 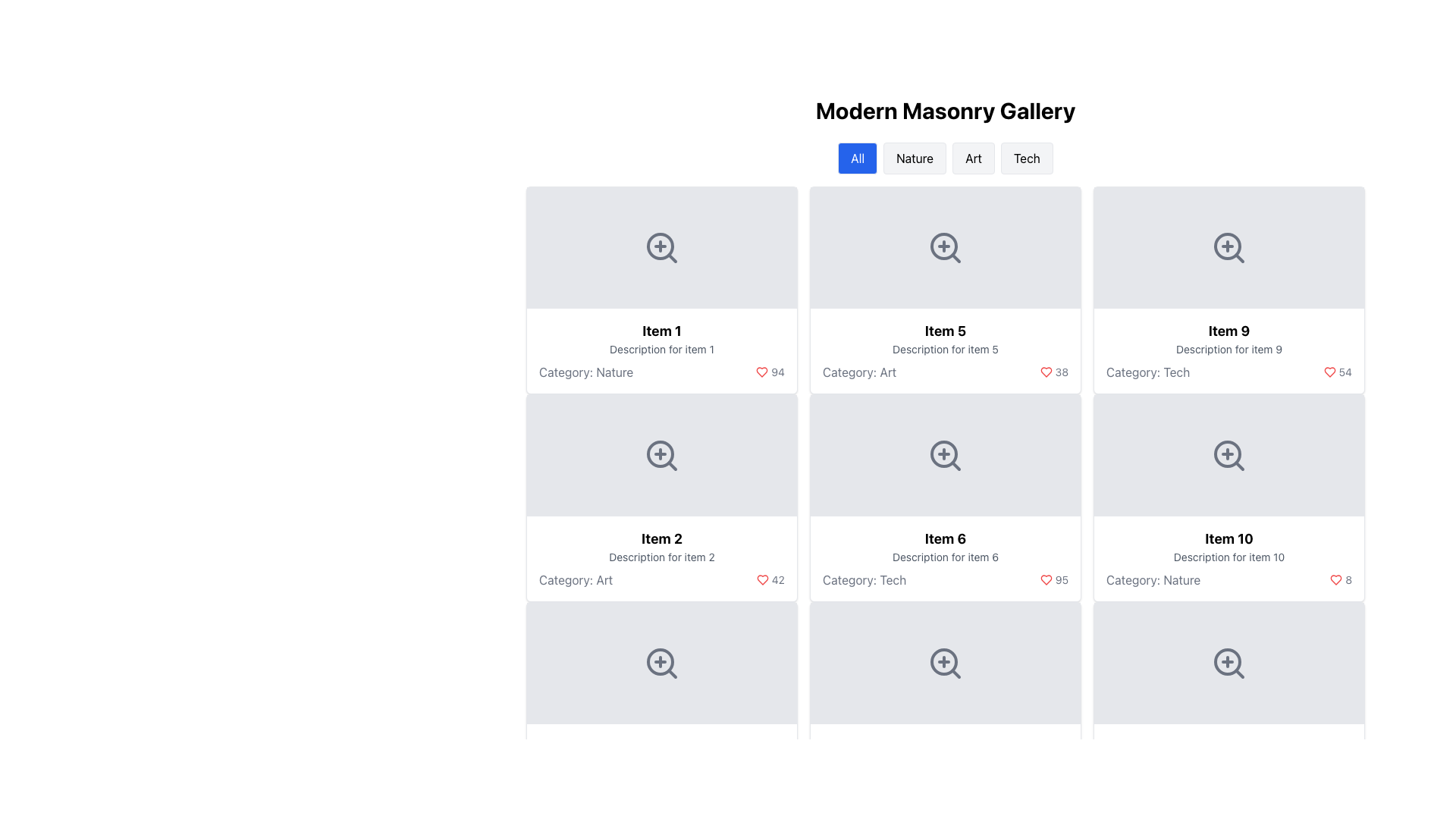 I want to click on the Informative bar indicating the category 'Nature' and number of likes '94', located at the bottom section of the product card titled 'Item 1', so click(x=662, y=372).